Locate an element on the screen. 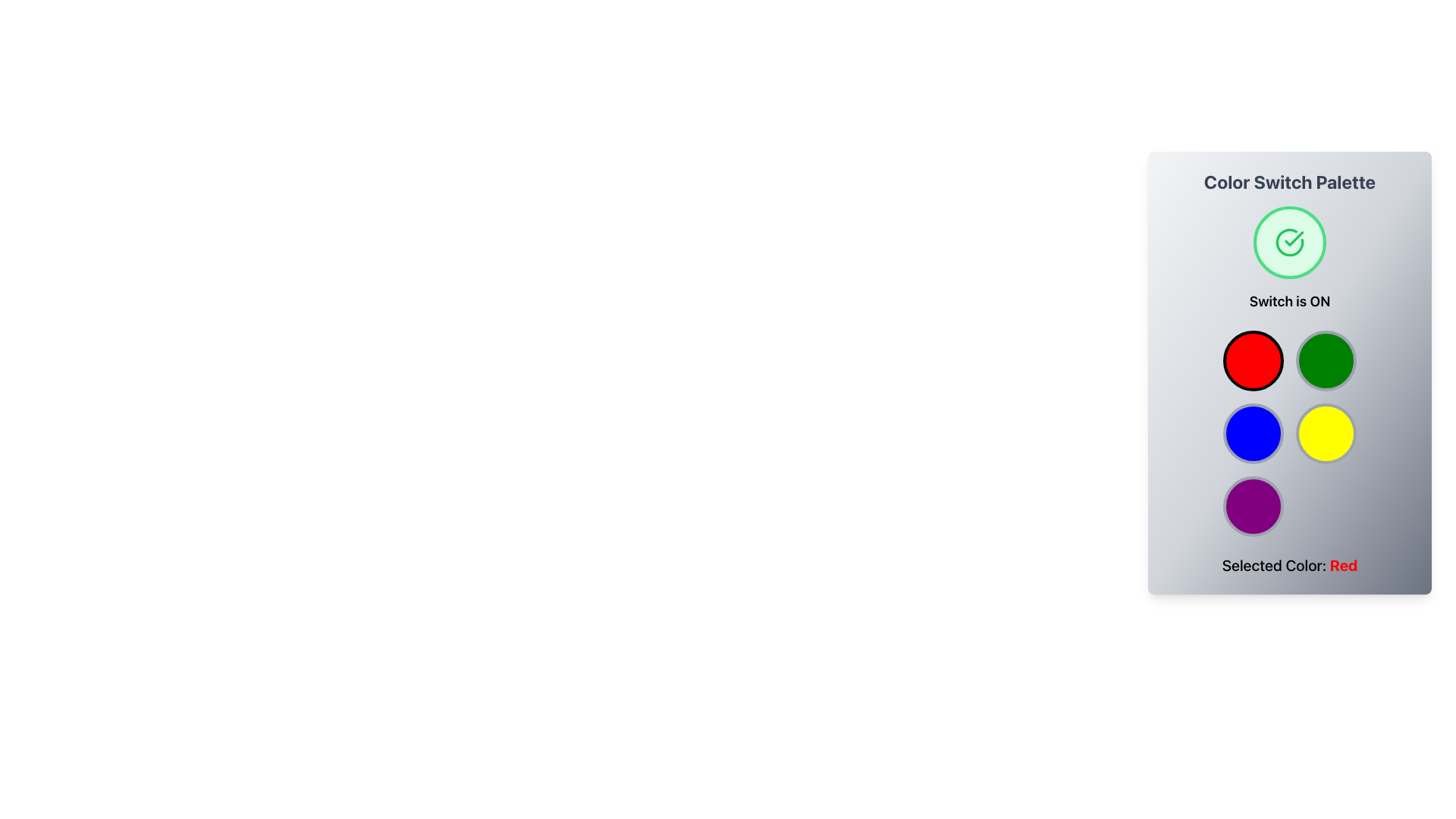 Image resolution: width=1456 pixels, height=819 pixels. the circular icon indicator located at the top right of the white card-like area is located at coordinates (1288, 242).